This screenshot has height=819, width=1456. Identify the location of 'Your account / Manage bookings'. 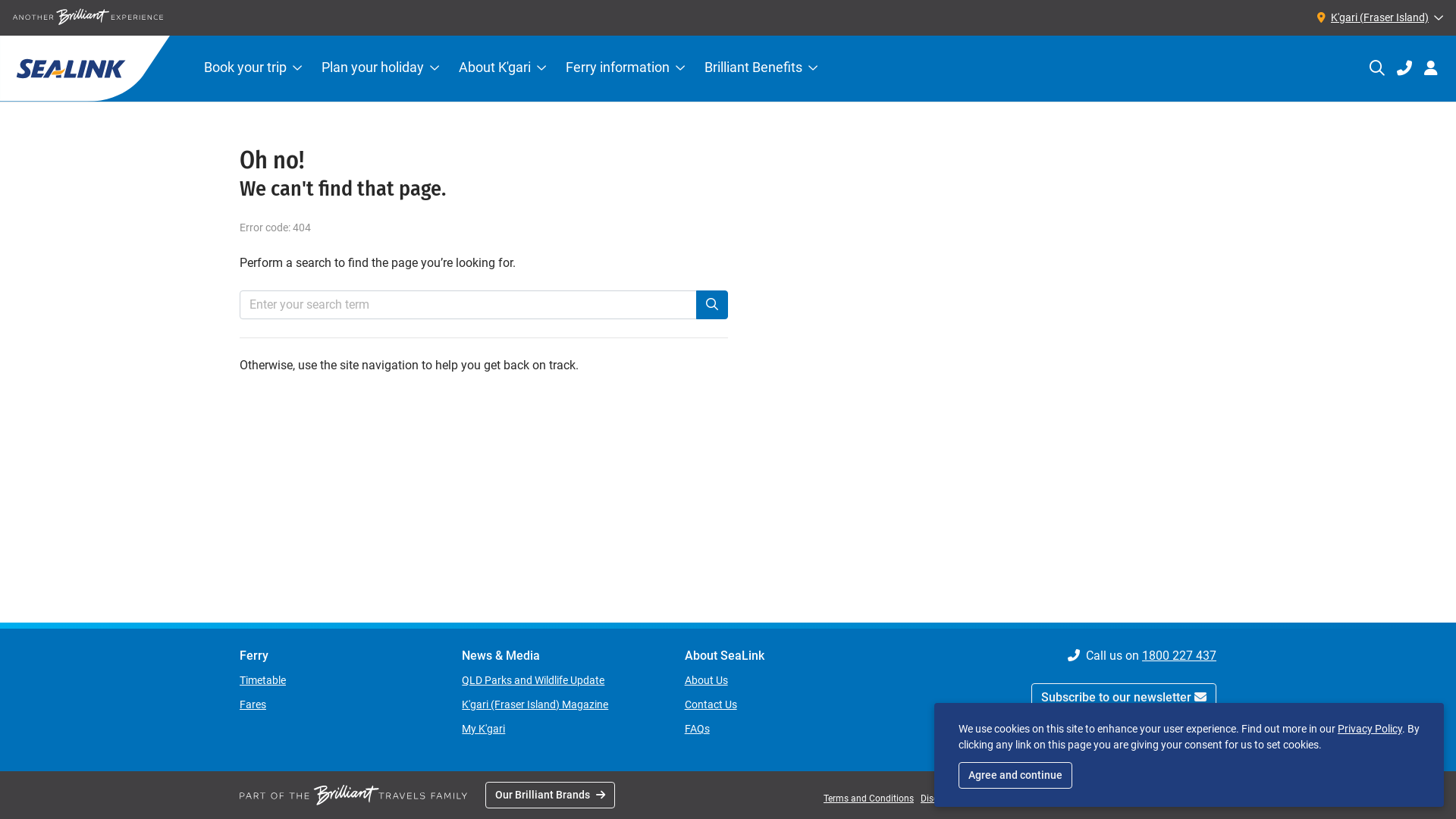
(1429, 67).